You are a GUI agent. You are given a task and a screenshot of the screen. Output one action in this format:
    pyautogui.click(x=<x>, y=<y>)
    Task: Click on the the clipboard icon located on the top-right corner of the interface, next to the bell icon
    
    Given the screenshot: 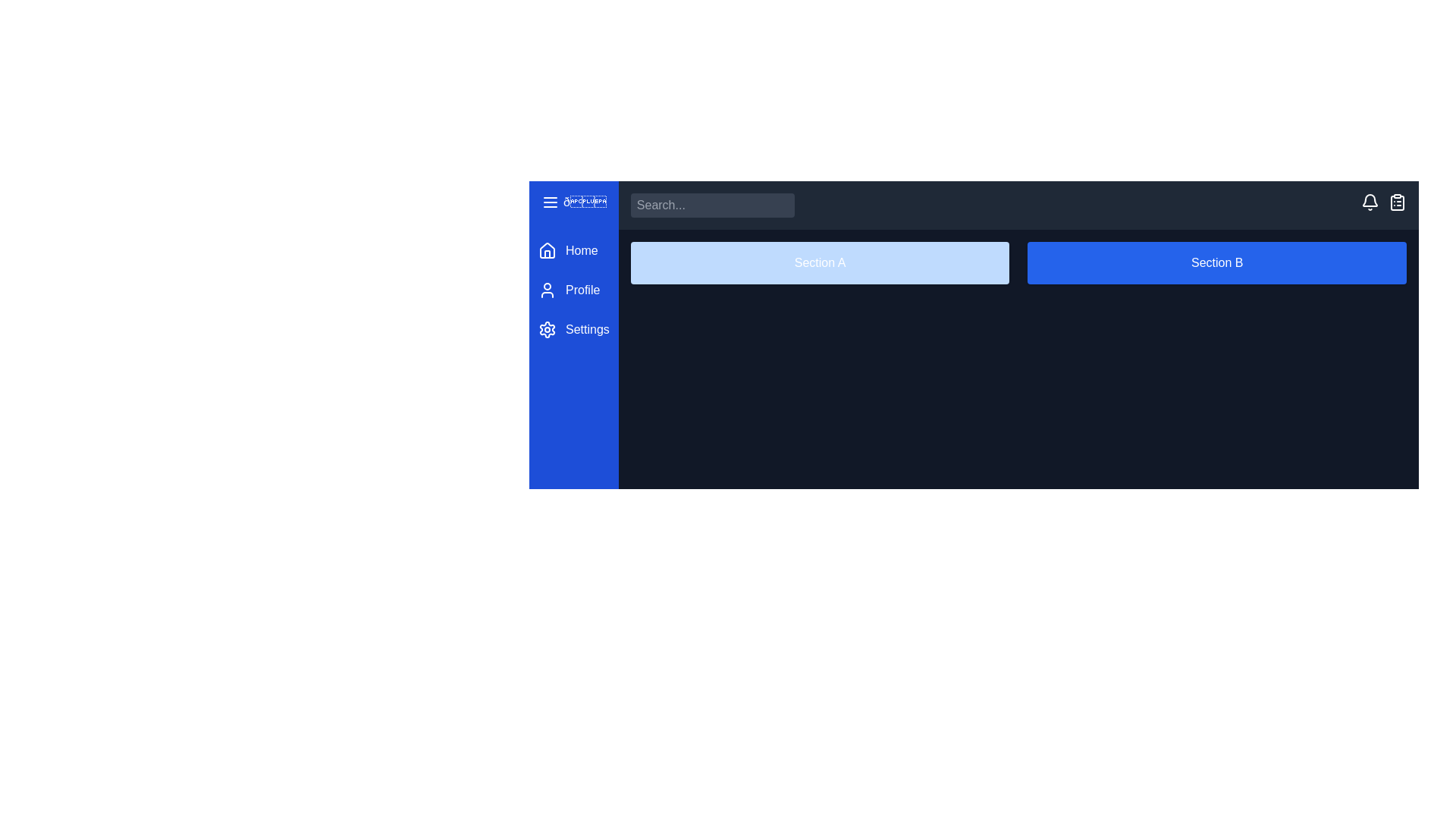 What is the action you would take?
    pyautogui.click(x=1397, y=201)
    